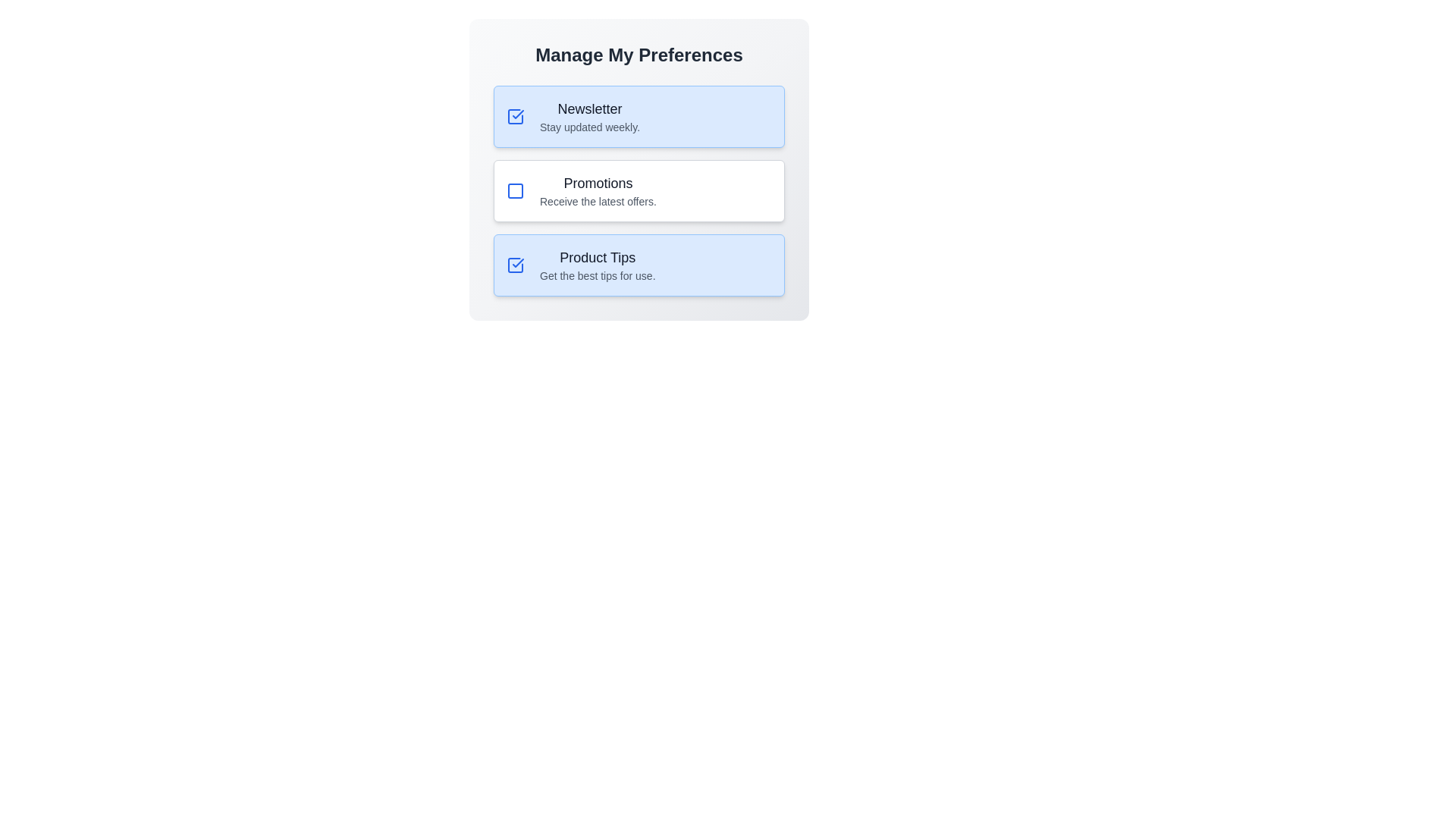  I want to click on the static text label that provides additional context for the 'Newsletter' subscription option, located directly below the 'Newsletter' label, so click(588, 127).